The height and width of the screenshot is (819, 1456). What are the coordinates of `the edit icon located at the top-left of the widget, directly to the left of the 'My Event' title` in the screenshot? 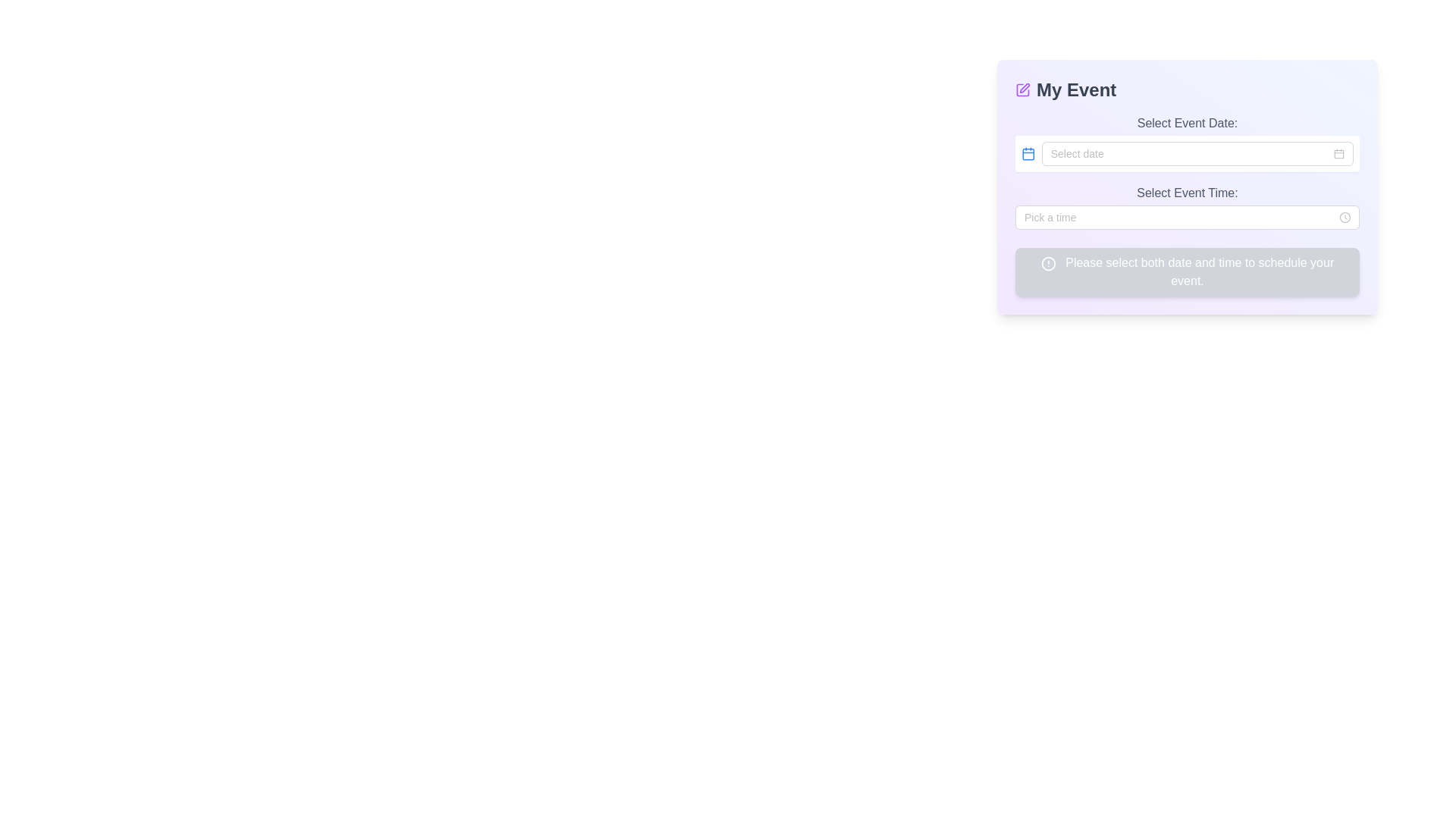 It's located at (1022, 90).